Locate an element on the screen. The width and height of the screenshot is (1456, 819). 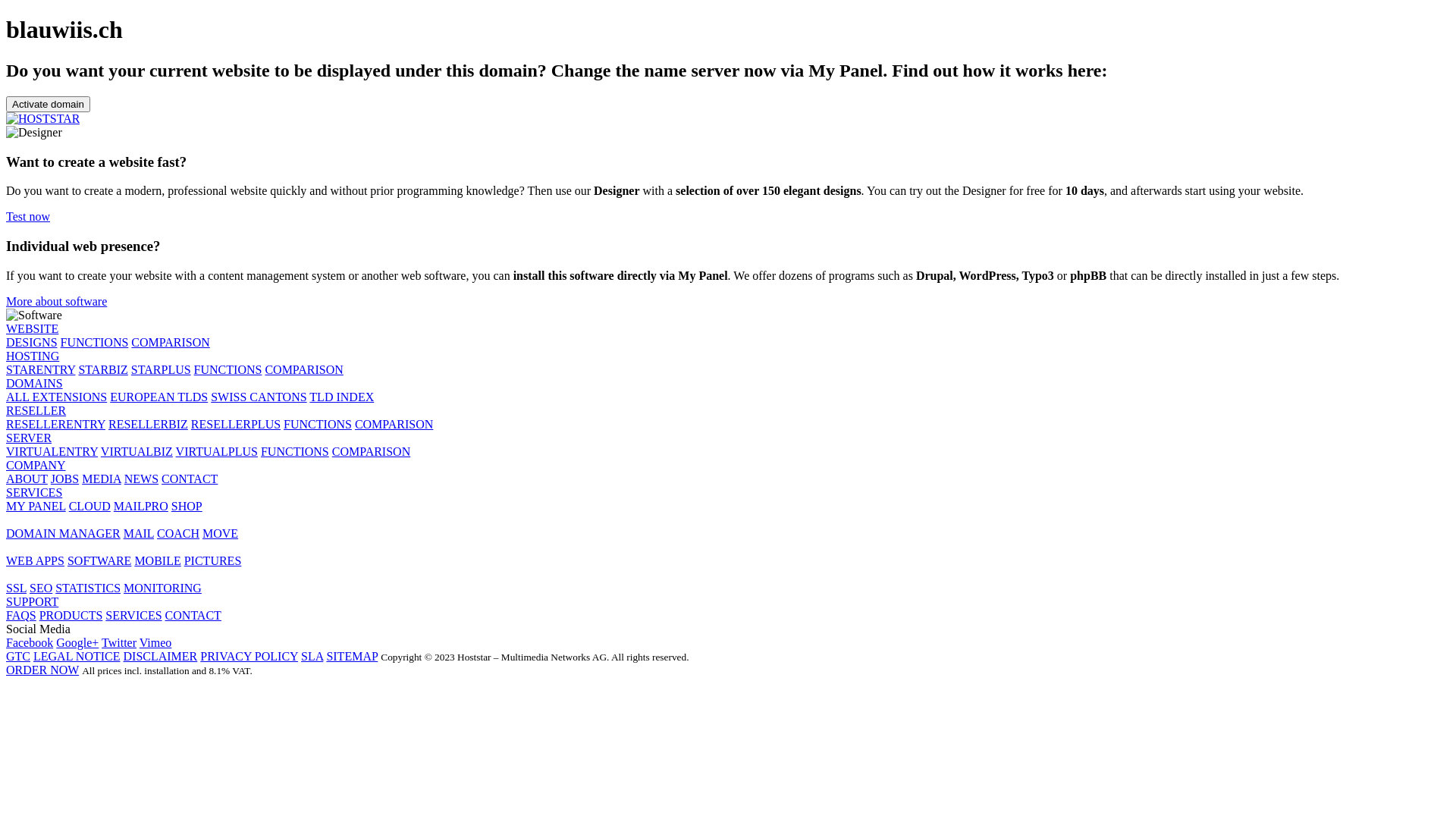
'SLA' is located at coordinates (311, 655).